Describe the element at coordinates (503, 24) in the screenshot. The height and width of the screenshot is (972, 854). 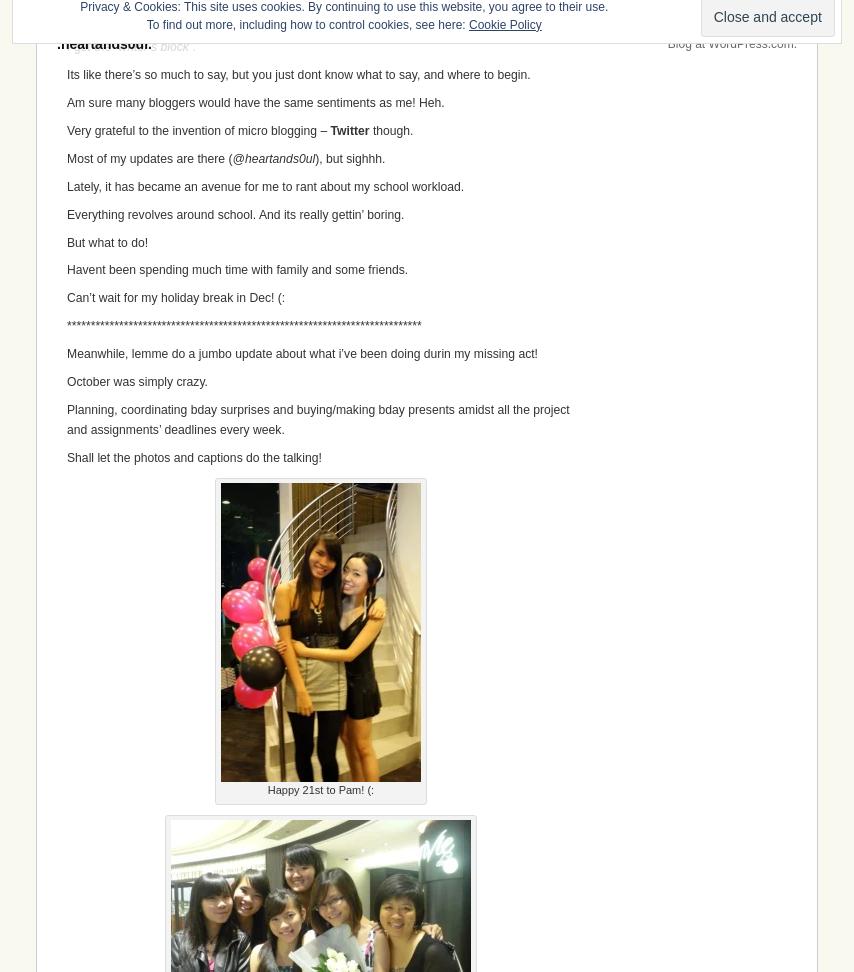
I see `'Cookie Policy'` at that location.